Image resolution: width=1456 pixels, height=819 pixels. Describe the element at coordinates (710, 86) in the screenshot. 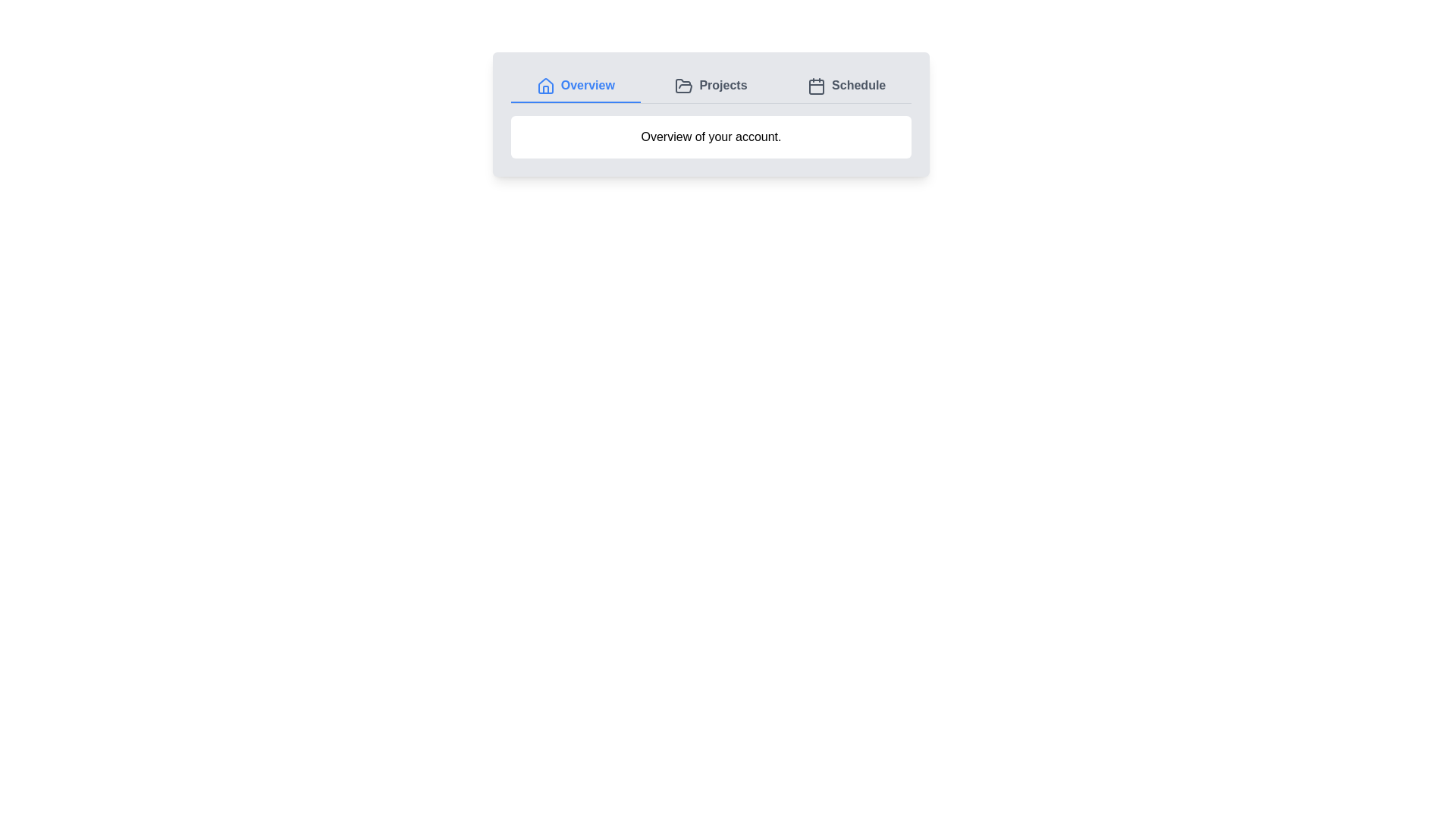

I see `the Projects tab` at that location.